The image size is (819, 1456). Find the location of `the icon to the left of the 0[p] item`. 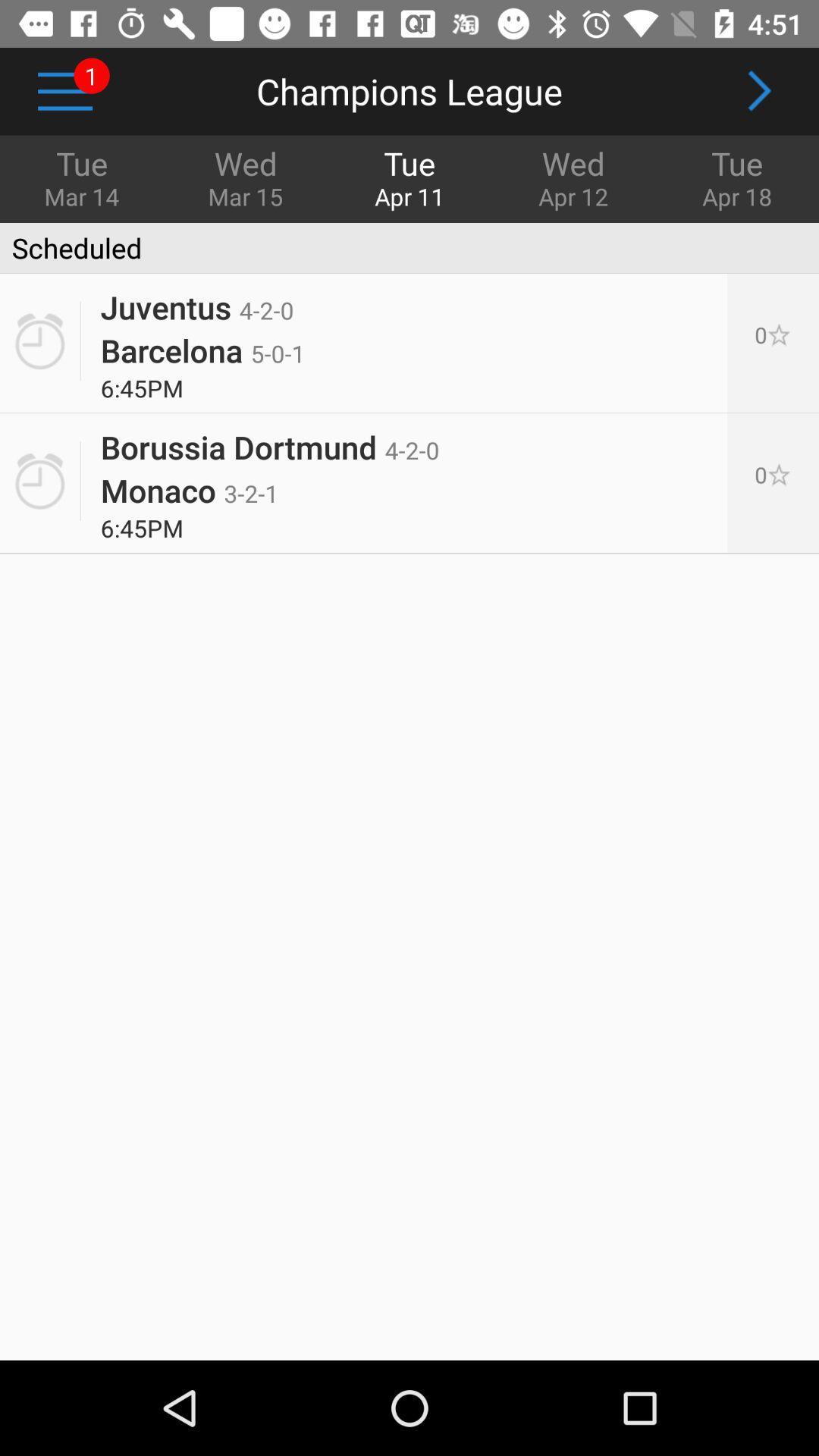

the icon to the left of the 0[p] item is located at coordinates (189, 490).